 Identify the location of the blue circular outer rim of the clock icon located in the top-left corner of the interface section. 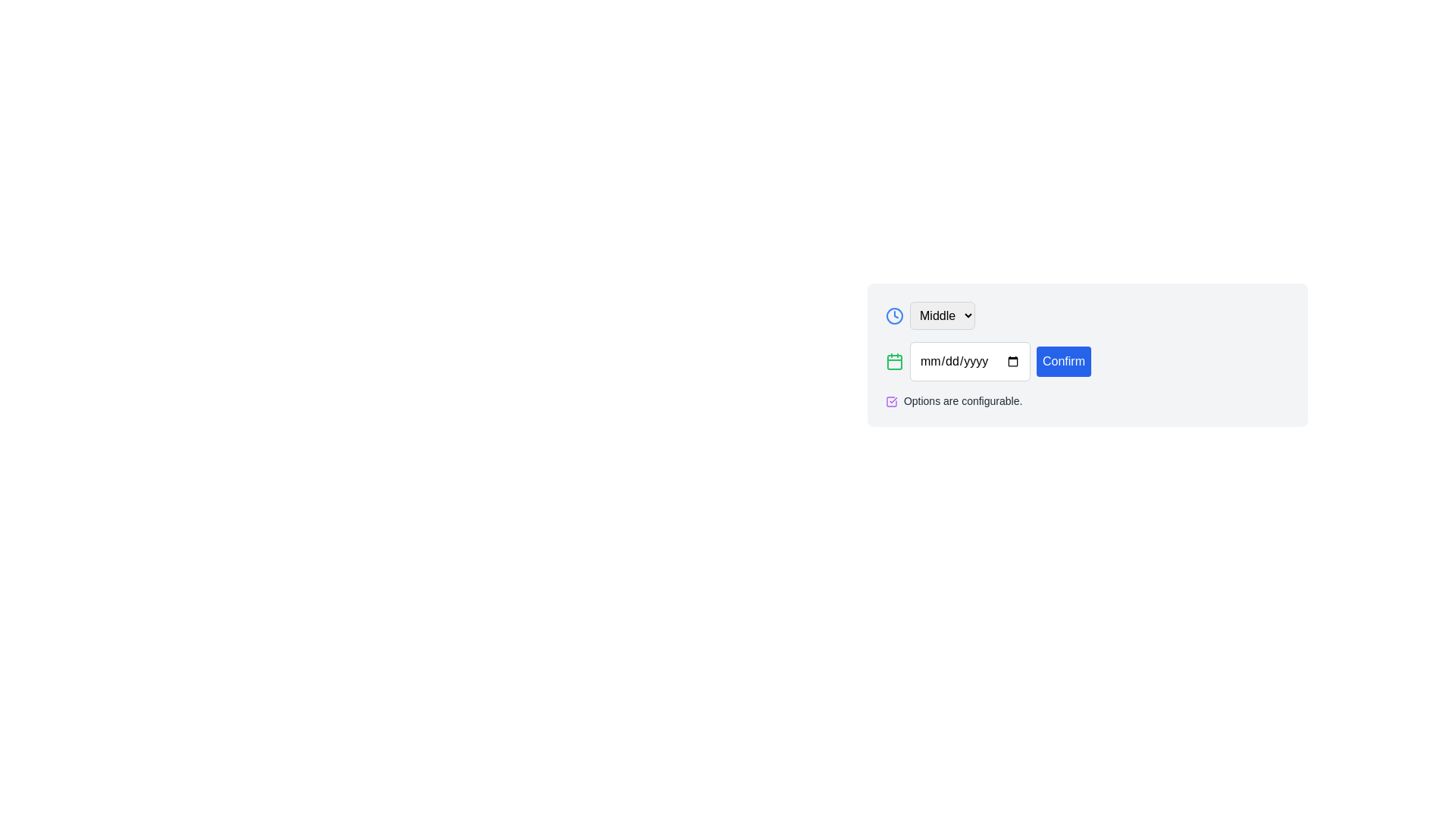
(895, 315).